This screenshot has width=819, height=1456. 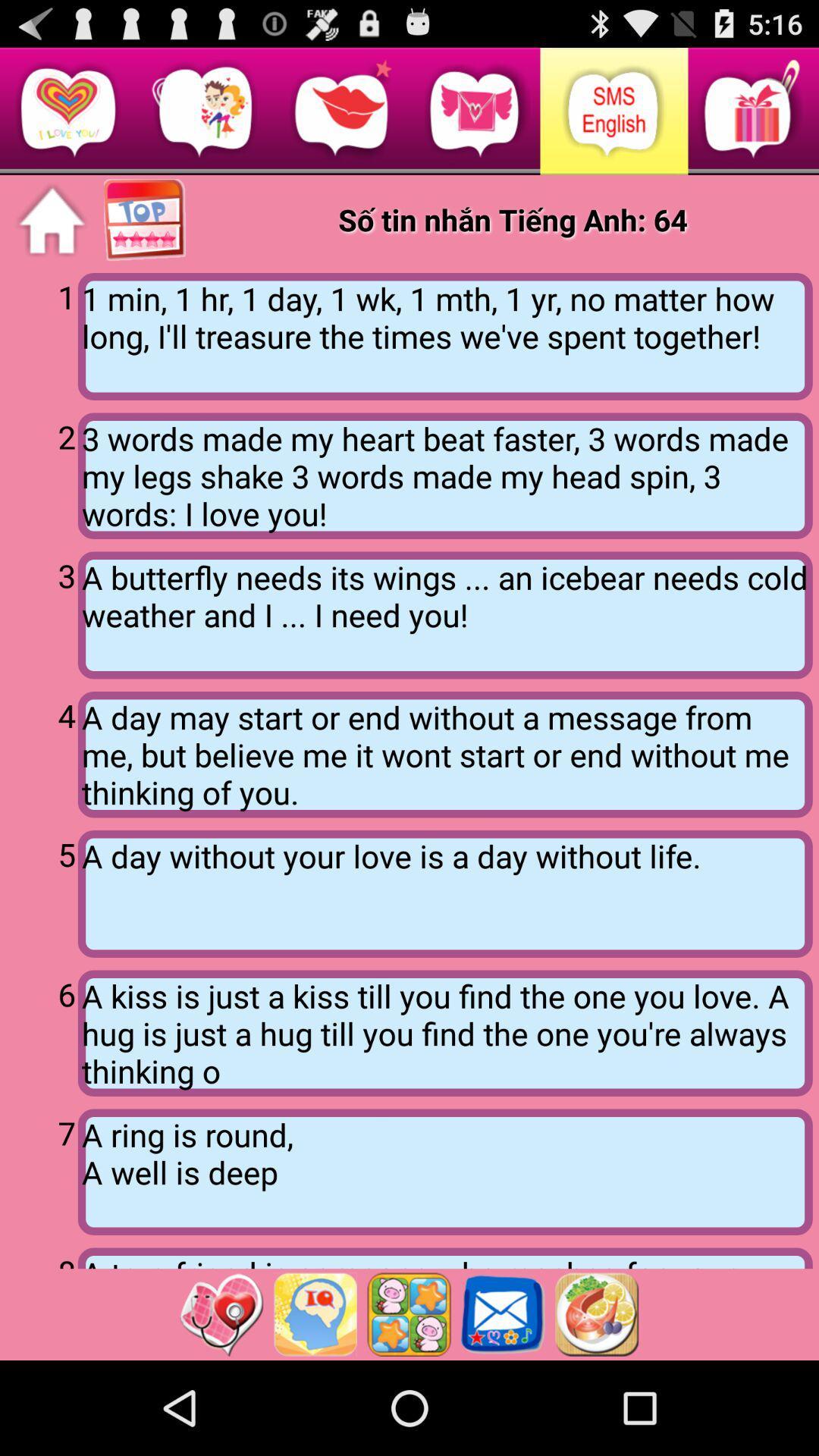 I want to click on iq section, so click(x=314, y=1313).